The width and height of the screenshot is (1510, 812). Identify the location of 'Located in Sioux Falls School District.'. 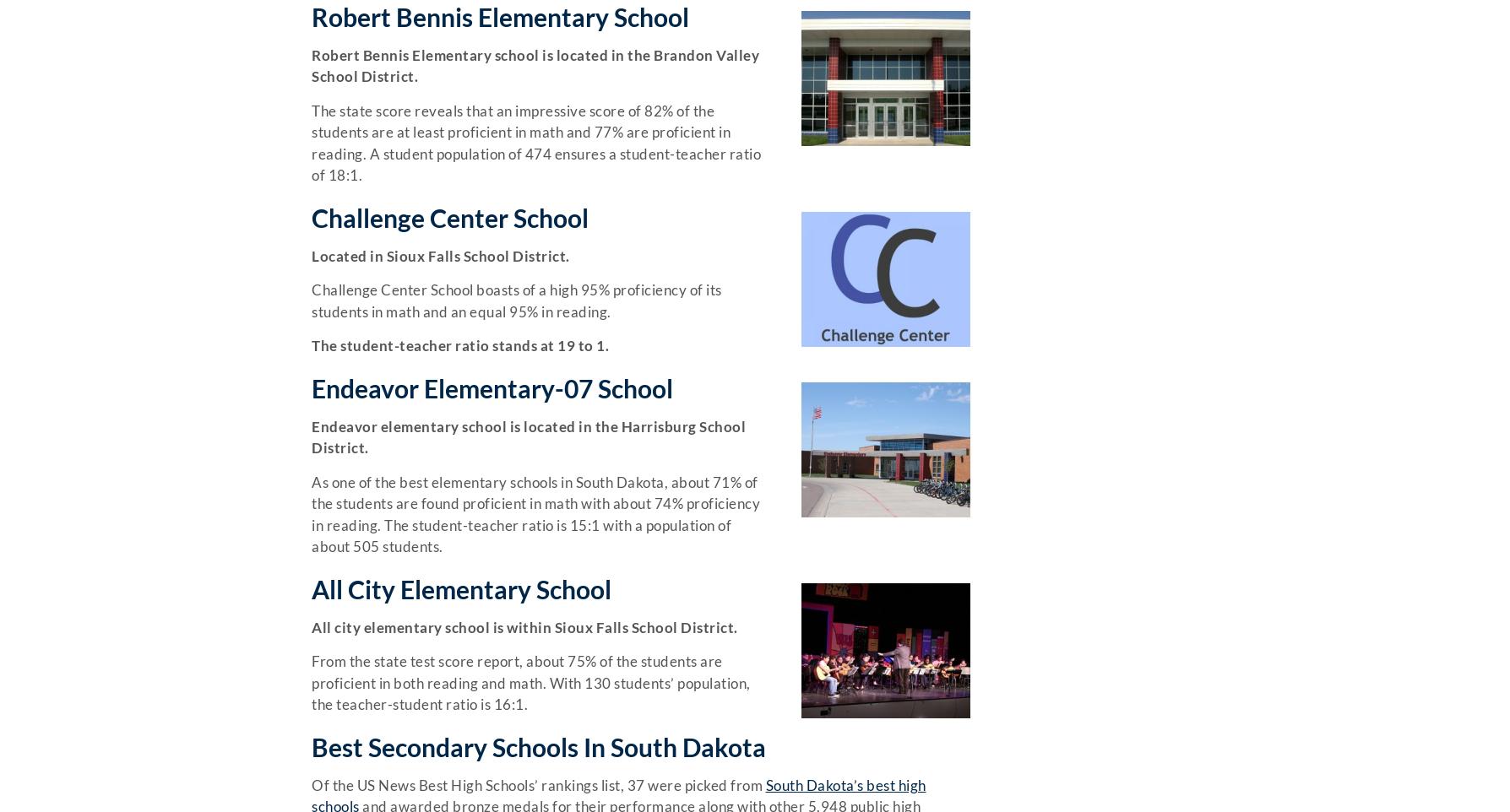
(440, 254).